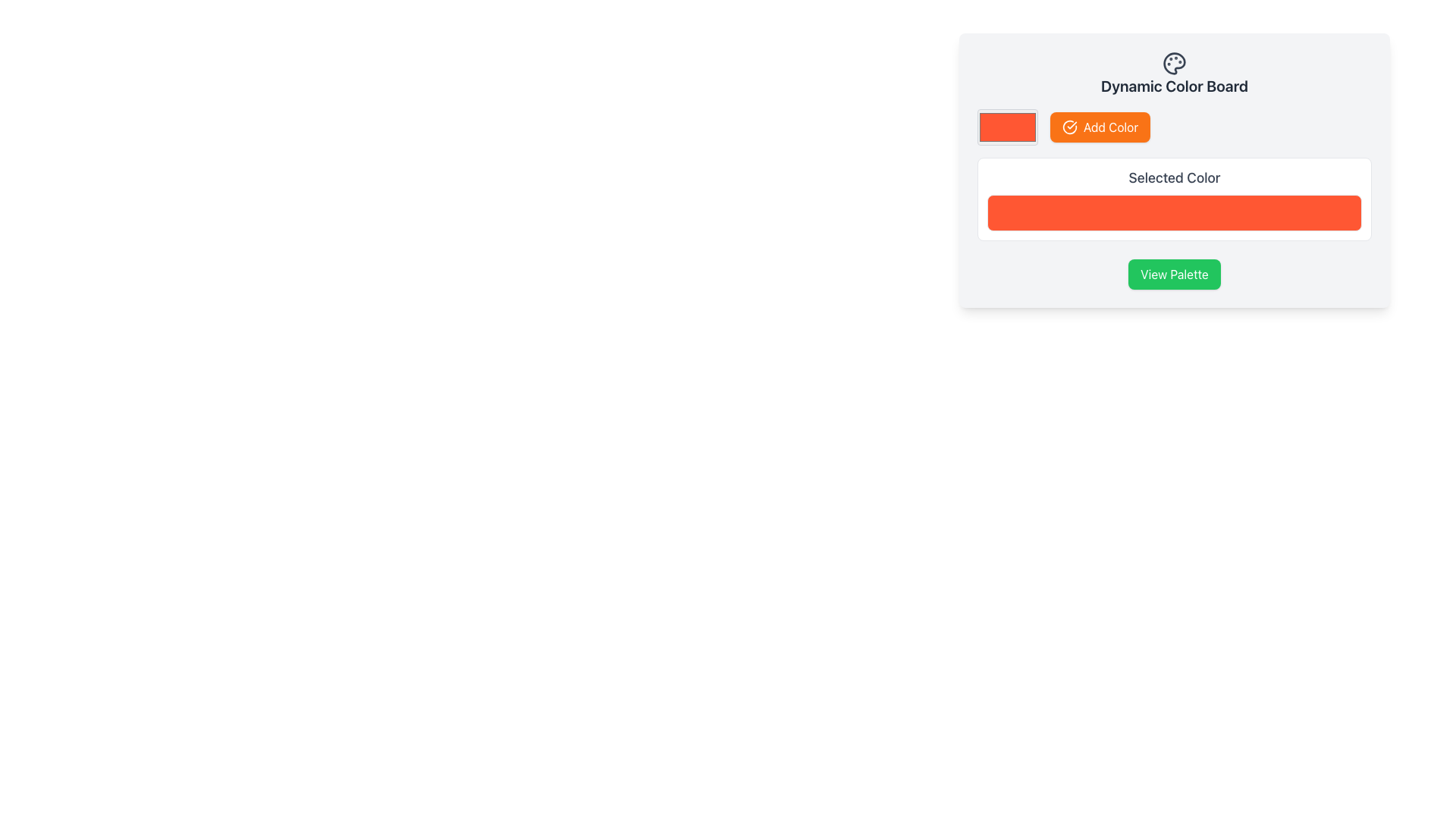 This screenshot has width=1456, height=819. What do you see at coordinates (1174, 275) in the screenshot?
I see `the 'View Palette' button, which has a green background, white text, and is located at the bottom of the 'Dynamic Color Board' section` at bounding box center [1174, 275].